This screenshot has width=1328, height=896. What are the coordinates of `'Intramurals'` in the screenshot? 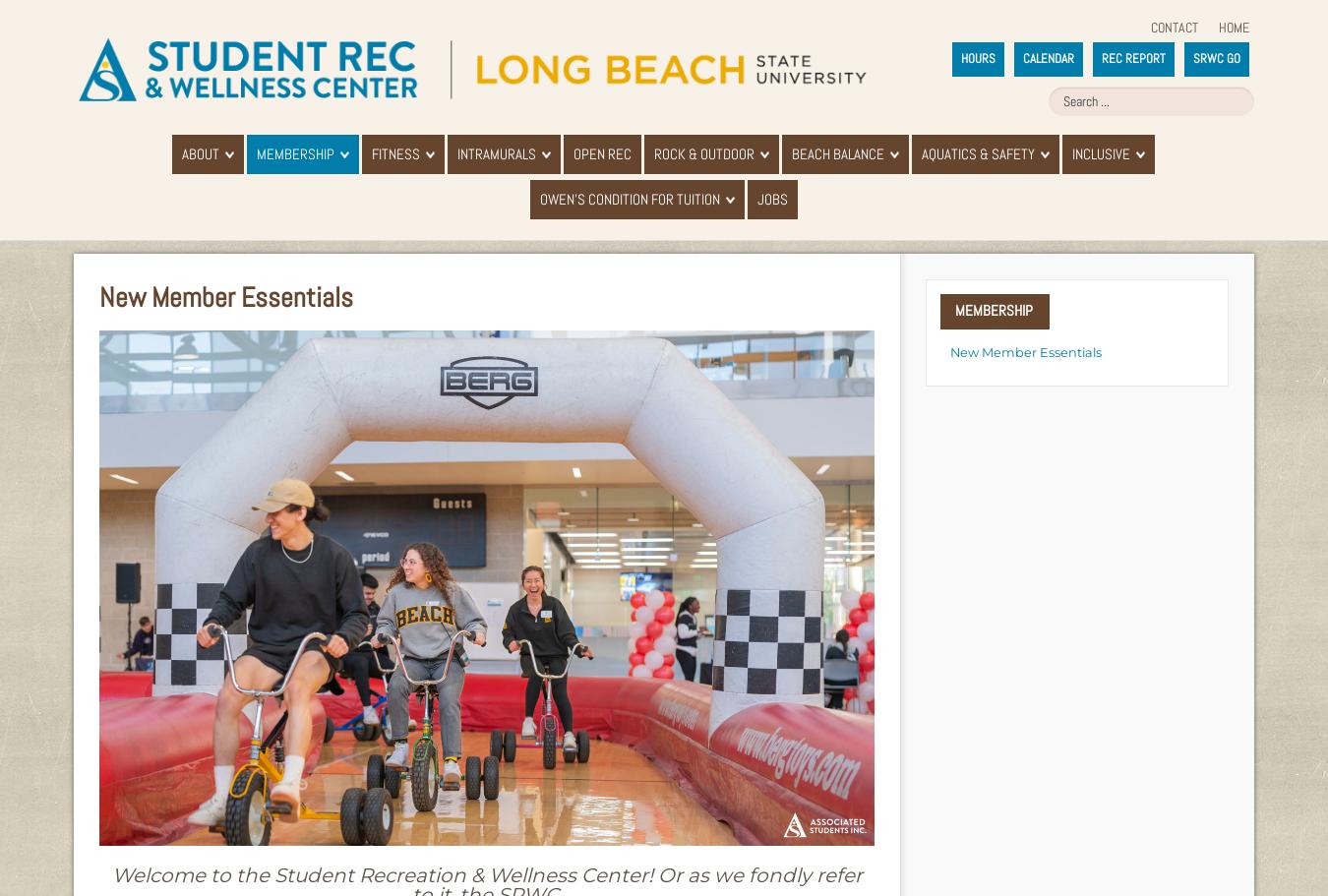 It's located at (496, 153).